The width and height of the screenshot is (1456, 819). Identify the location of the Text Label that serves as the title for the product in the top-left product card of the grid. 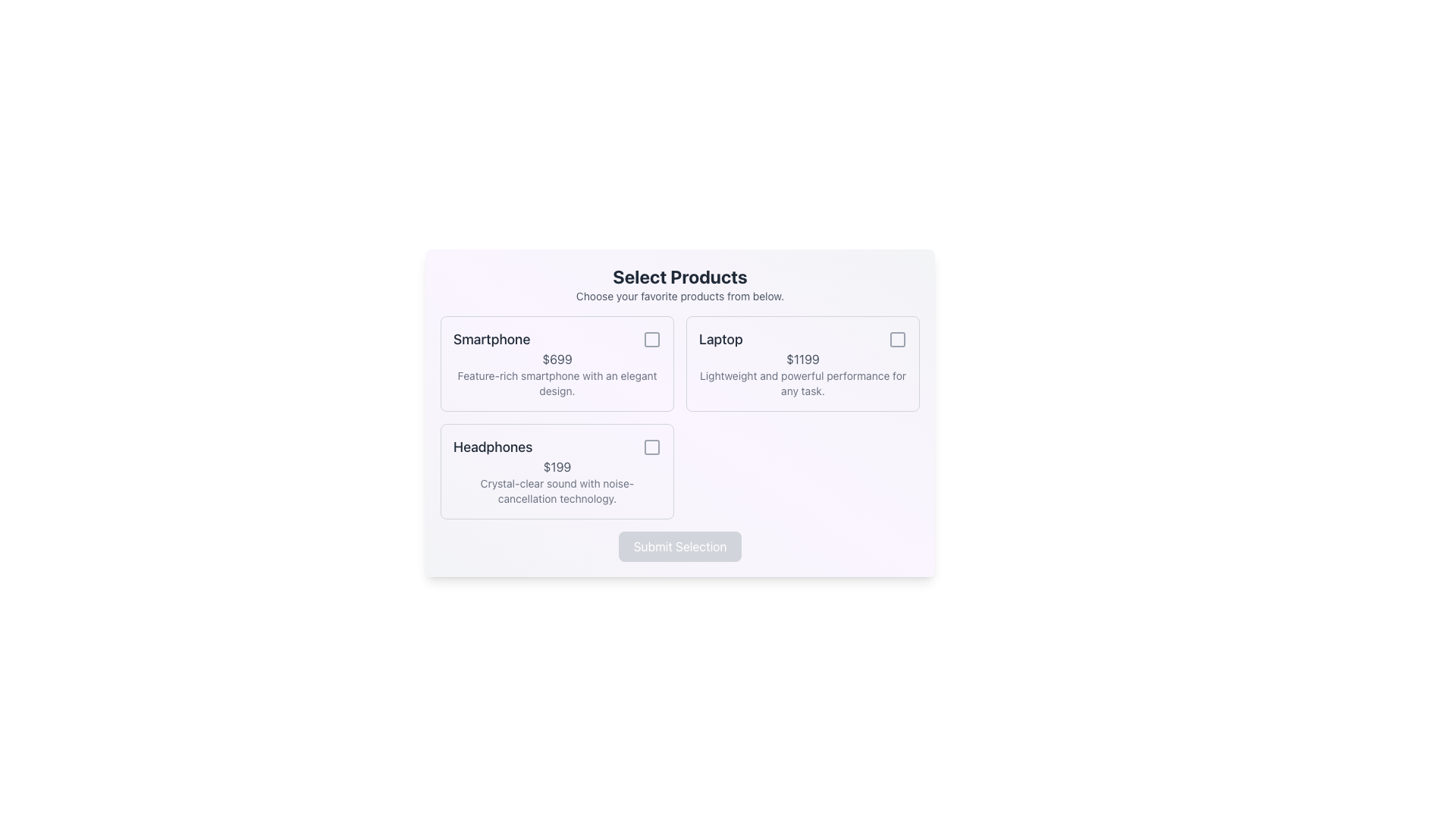
(491, 338).